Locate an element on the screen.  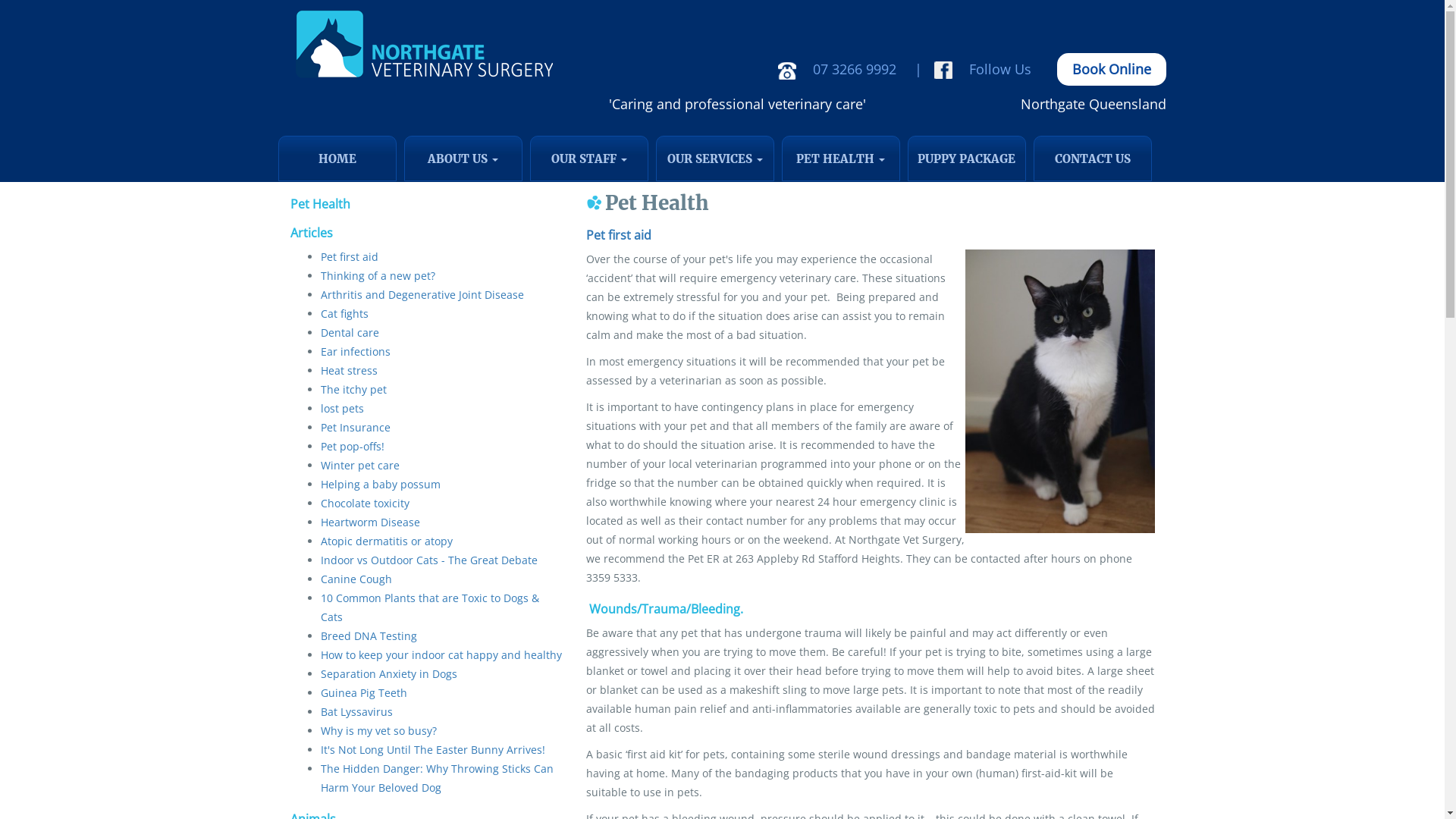
'Helping a baby possum' is located at coordinates (379, 484).